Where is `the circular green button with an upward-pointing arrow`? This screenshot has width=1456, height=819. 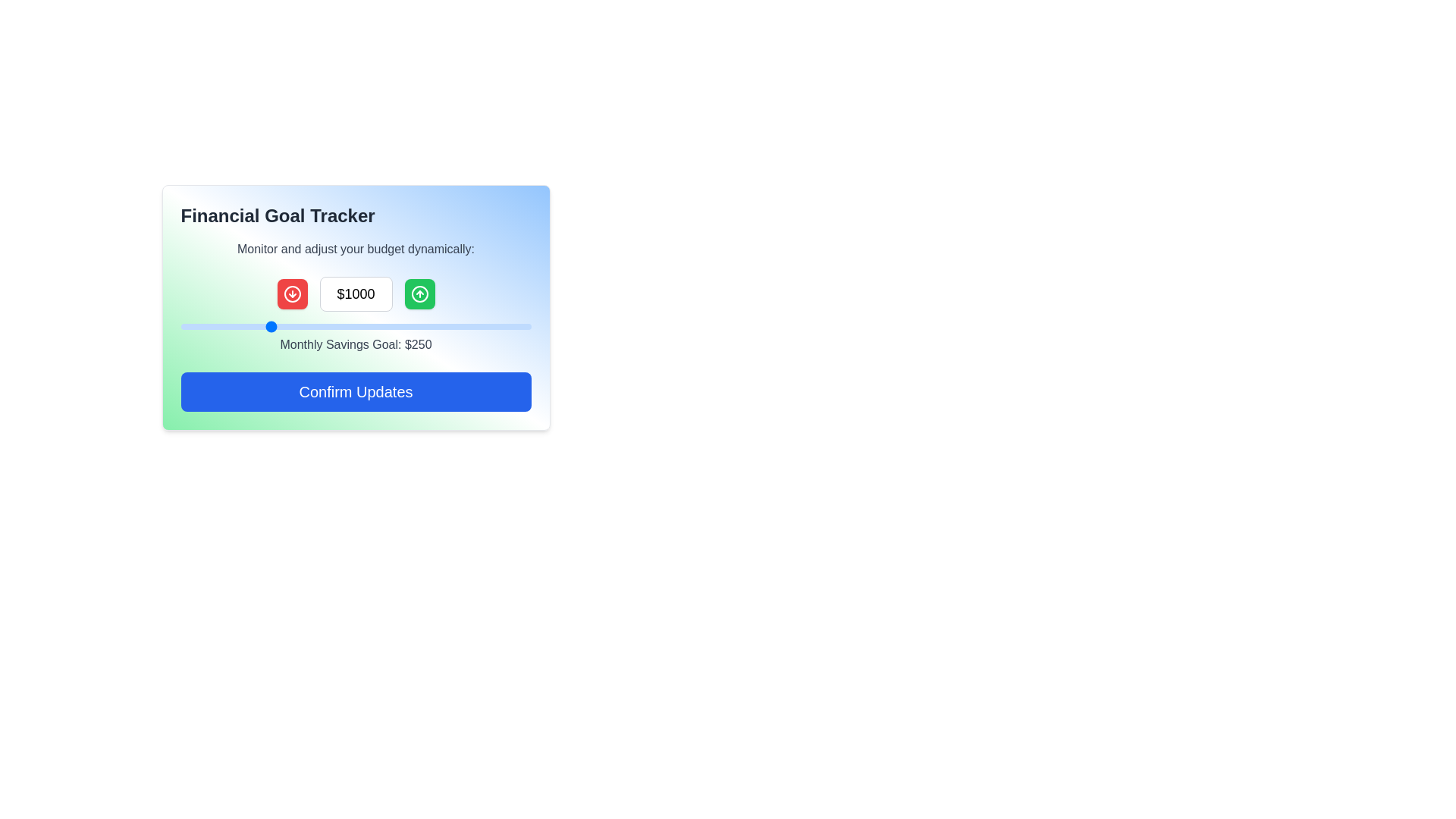
the circular green button with an upward-pointing arrow is located at coordinates (419, 294).